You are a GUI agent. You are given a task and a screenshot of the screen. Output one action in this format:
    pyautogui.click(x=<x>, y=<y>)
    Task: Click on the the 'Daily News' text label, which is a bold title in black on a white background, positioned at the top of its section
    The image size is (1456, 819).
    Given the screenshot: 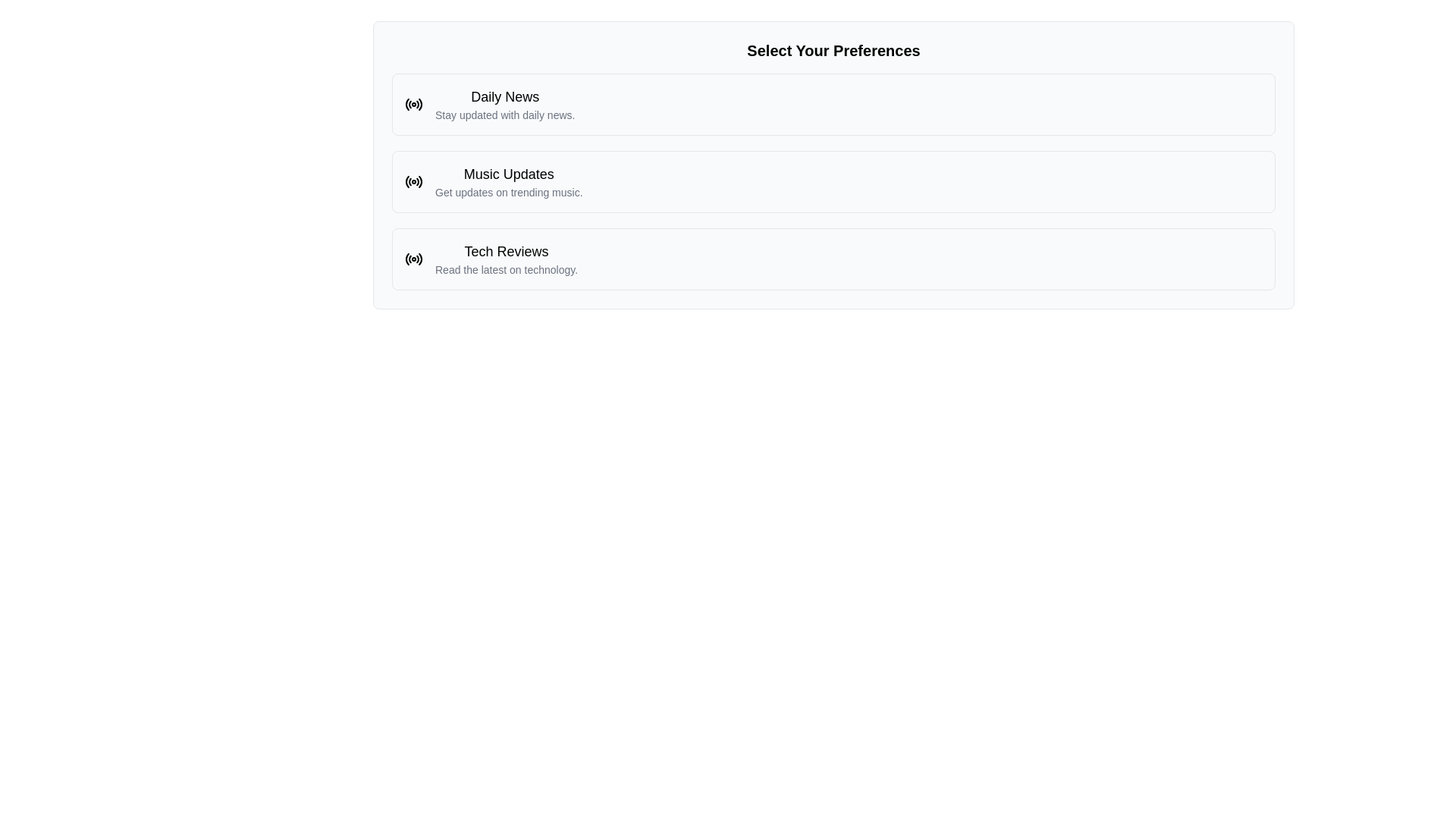 What is the action you would take?
    pyautogui.click(x=505, y=96)
    